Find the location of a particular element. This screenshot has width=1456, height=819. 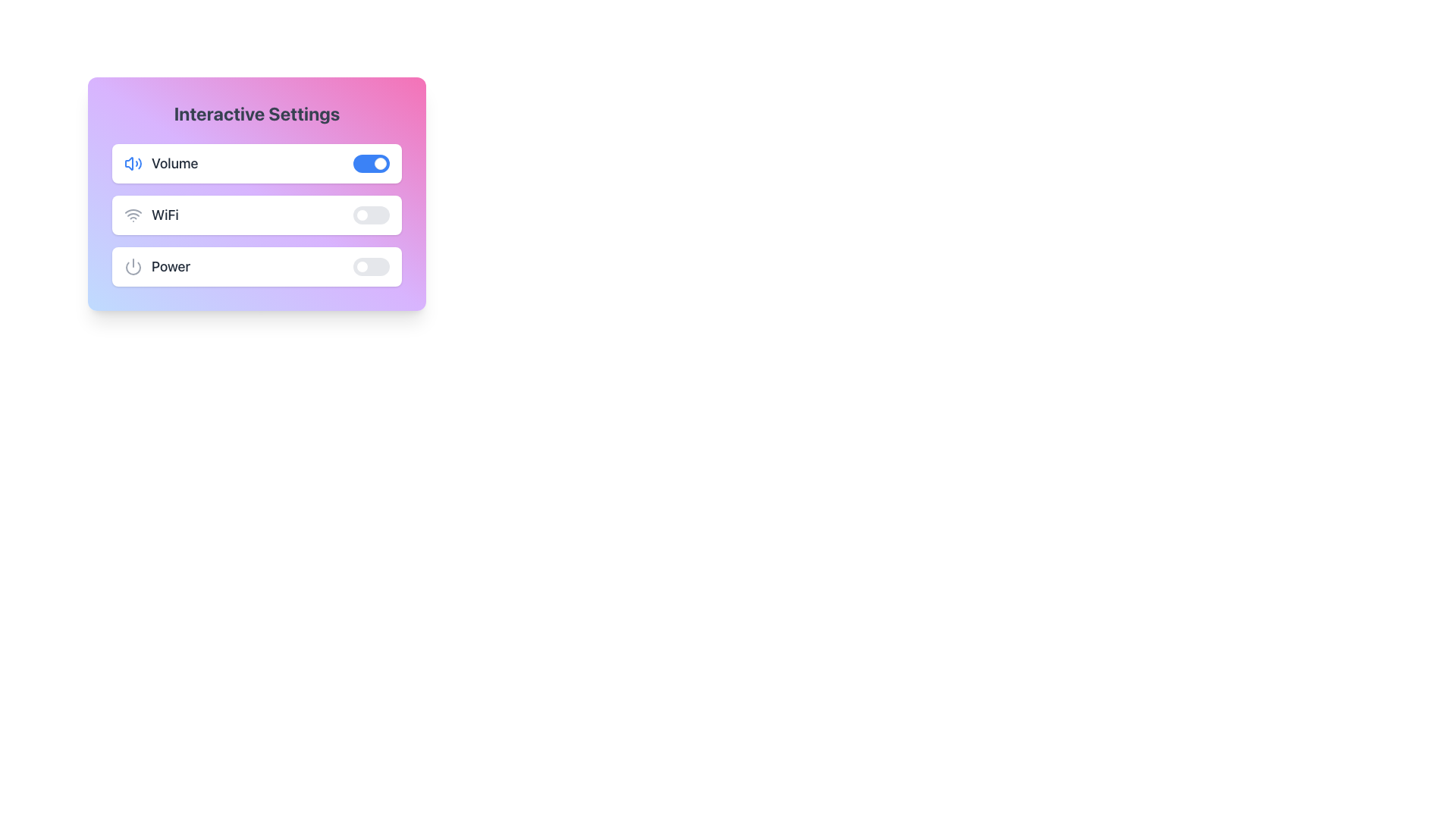

the Text Label that corresponds to the 'Power' toggle switch, which is the third item in the settings options list is located at coordinates (157, 265).